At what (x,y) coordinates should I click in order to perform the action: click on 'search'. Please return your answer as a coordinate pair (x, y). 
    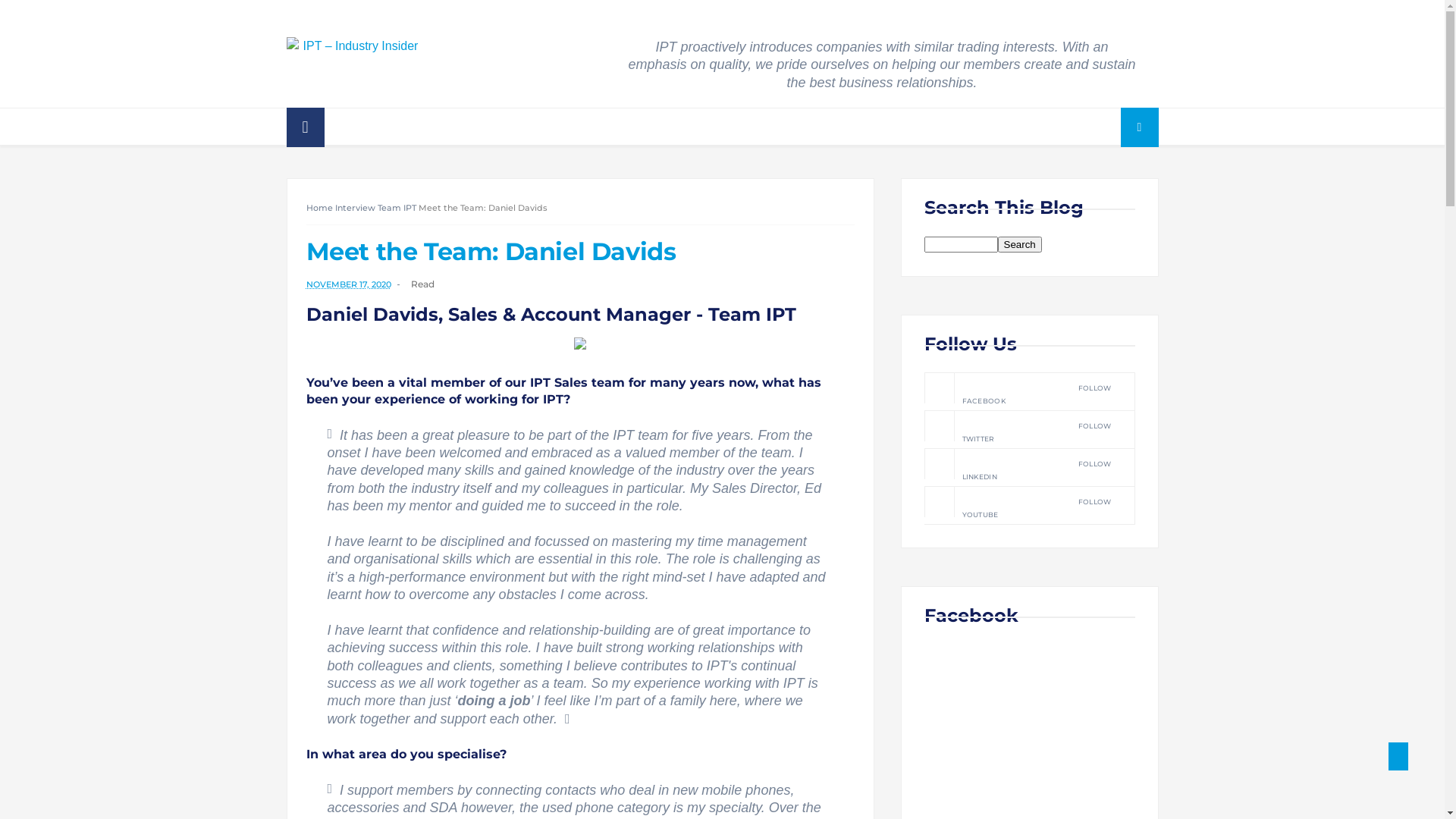
    Looking at the image, I should click on (959, 243).